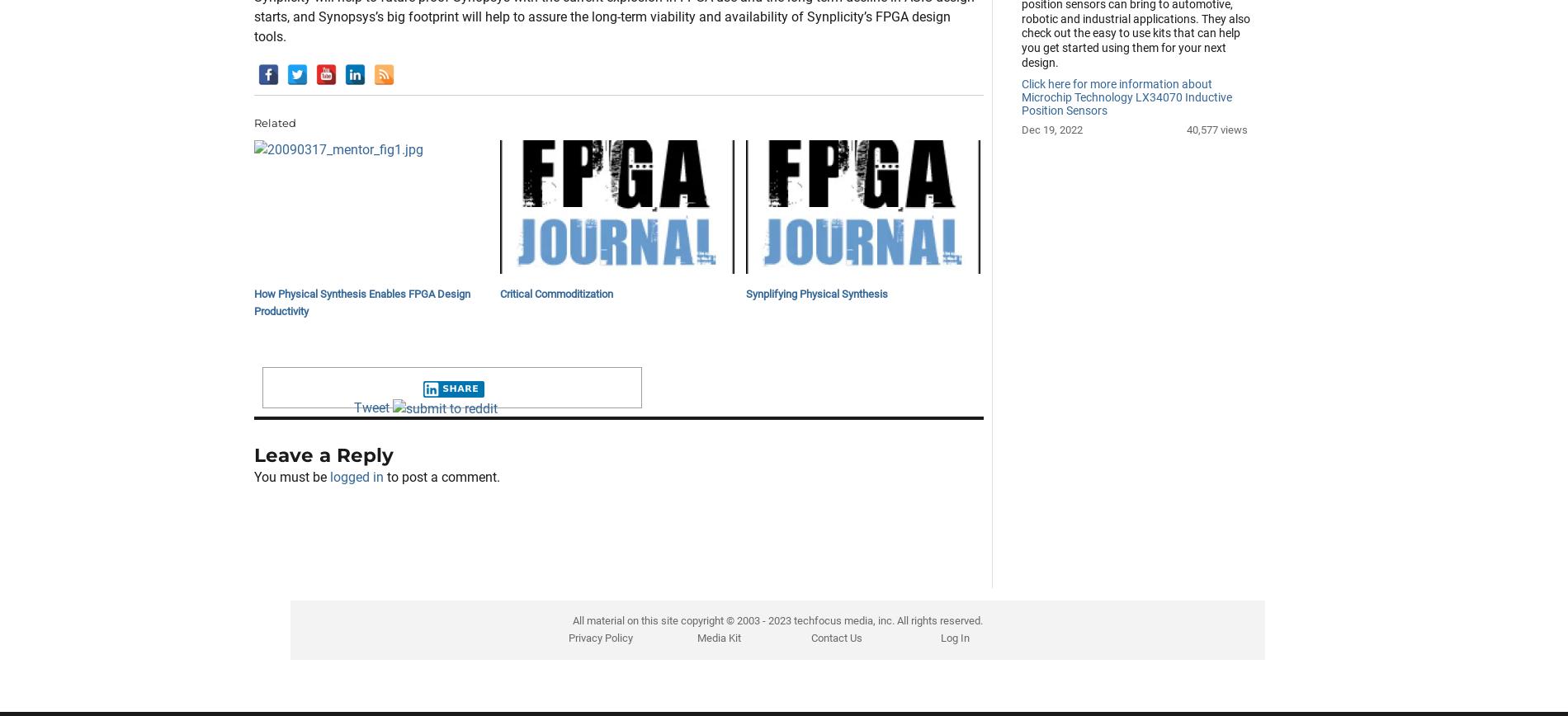 The image size is (1568, 716). Describe the element at coordinates (355, 559) in the screenshot. I see `'logged in'` at that location.